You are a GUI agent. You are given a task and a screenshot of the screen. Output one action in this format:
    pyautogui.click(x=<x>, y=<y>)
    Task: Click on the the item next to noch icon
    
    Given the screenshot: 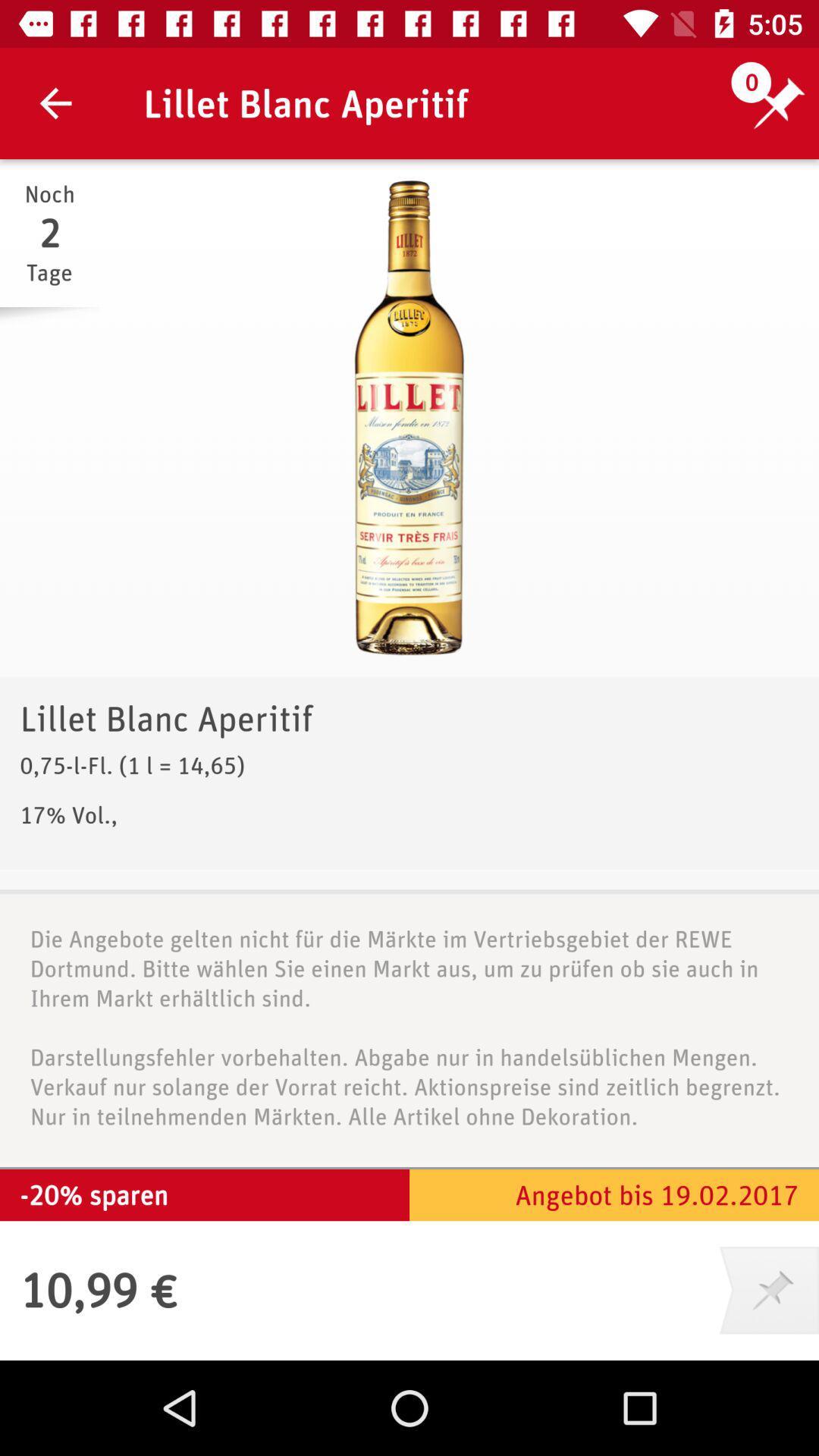 What is the action you would take?
    pyautogui.click(x=409, y=418)
    